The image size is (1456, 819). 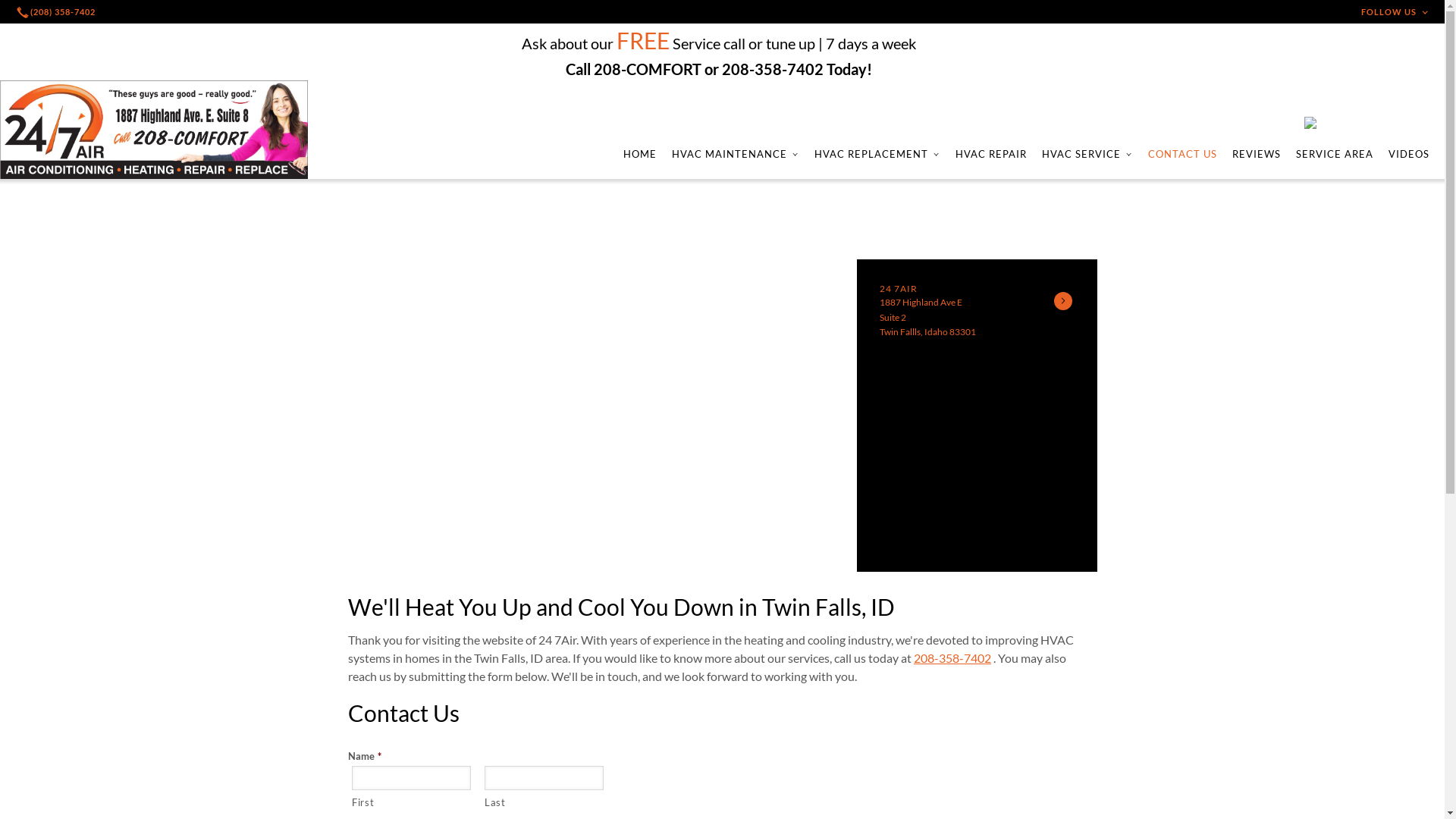 I want to click on 'REVIEWS', so click(x=1256, y=154).